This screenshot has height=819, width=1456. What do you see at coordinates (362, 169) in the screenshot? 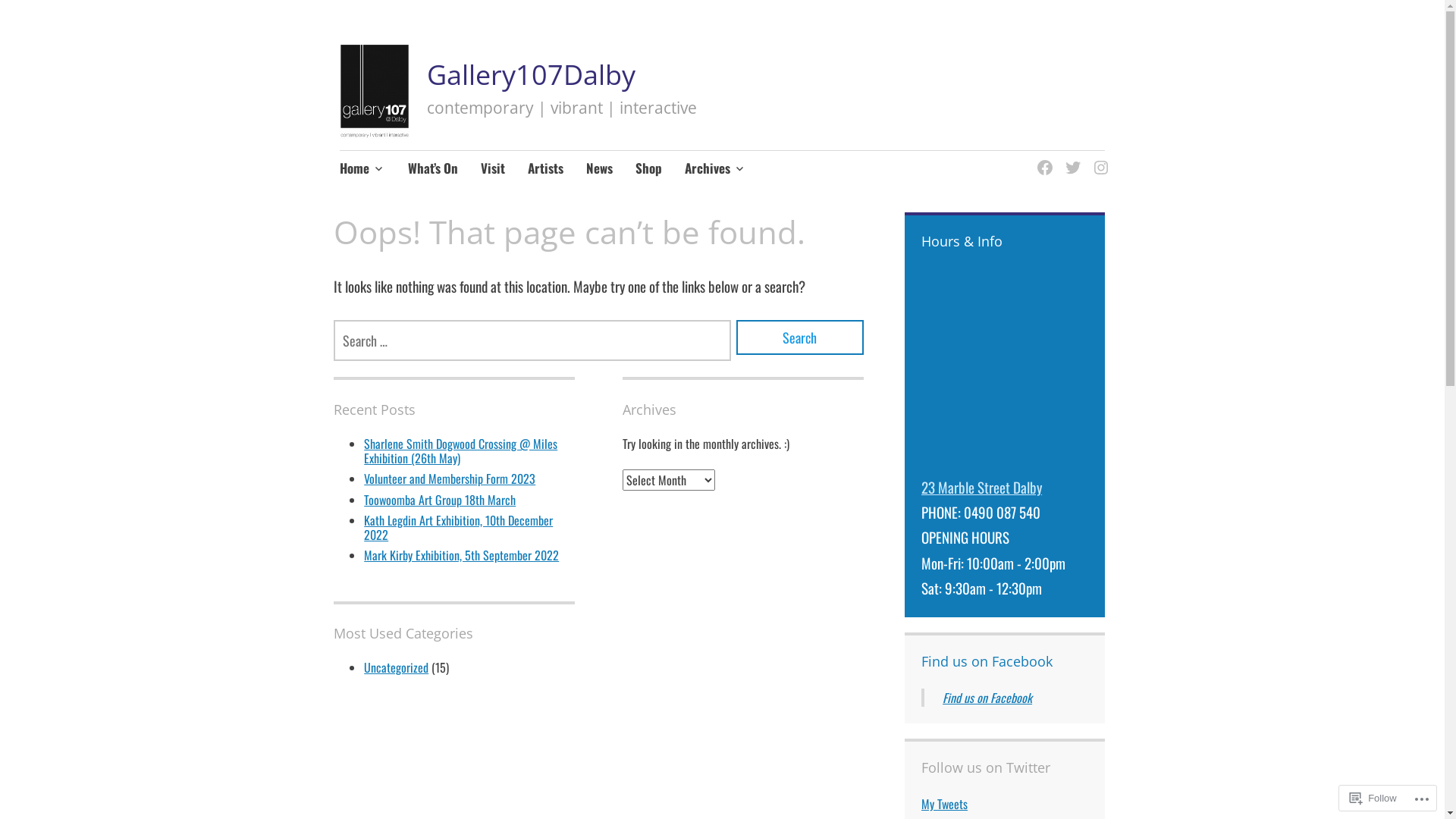
I see `'Home'` at bounding box center [362, 169].